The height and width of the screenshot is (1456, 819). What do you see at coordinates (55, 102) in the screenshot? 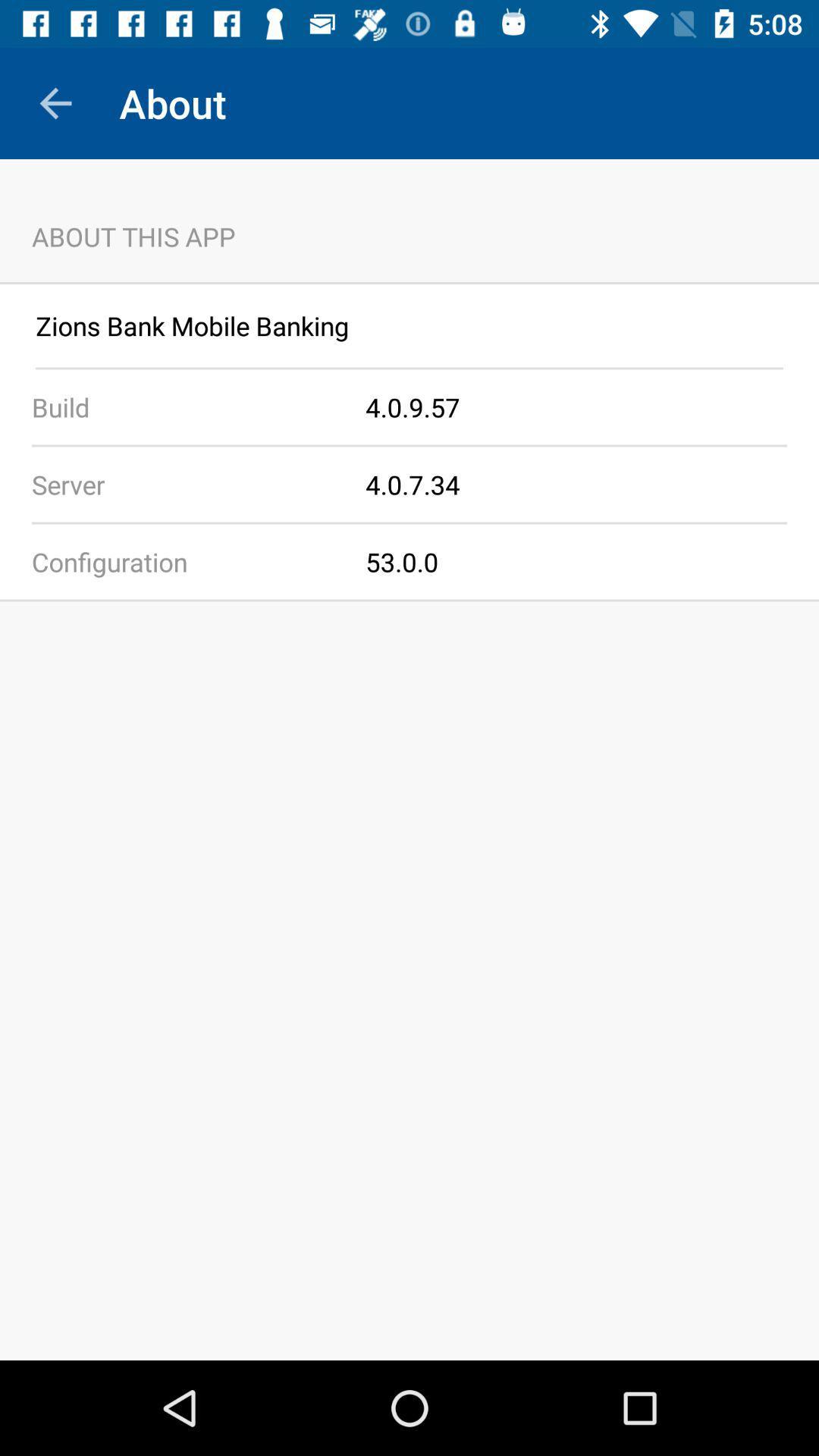
I see `the app to the left of the about` at bounding box center [55, 102].